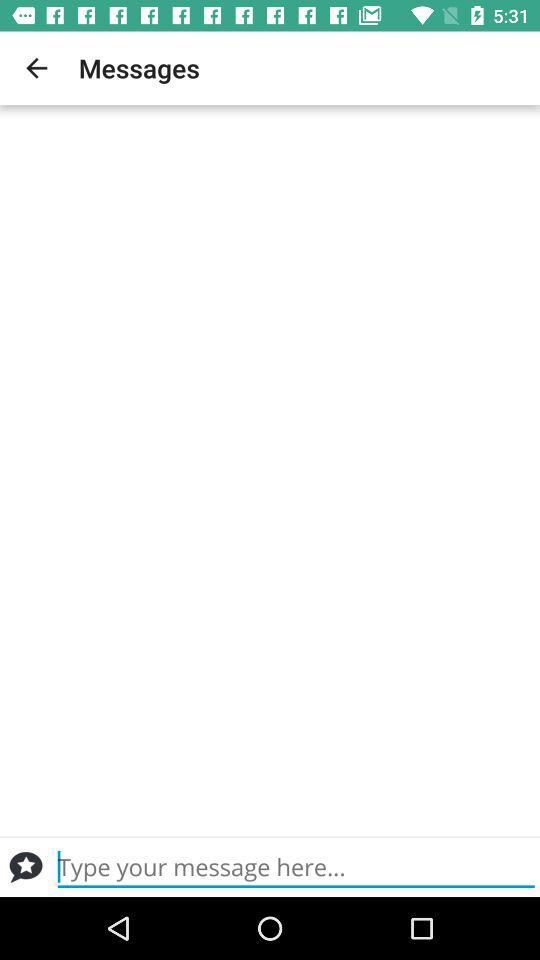 The width and height of the screenshot is (540, 960). I want to click on type message here, so click(295, 866).